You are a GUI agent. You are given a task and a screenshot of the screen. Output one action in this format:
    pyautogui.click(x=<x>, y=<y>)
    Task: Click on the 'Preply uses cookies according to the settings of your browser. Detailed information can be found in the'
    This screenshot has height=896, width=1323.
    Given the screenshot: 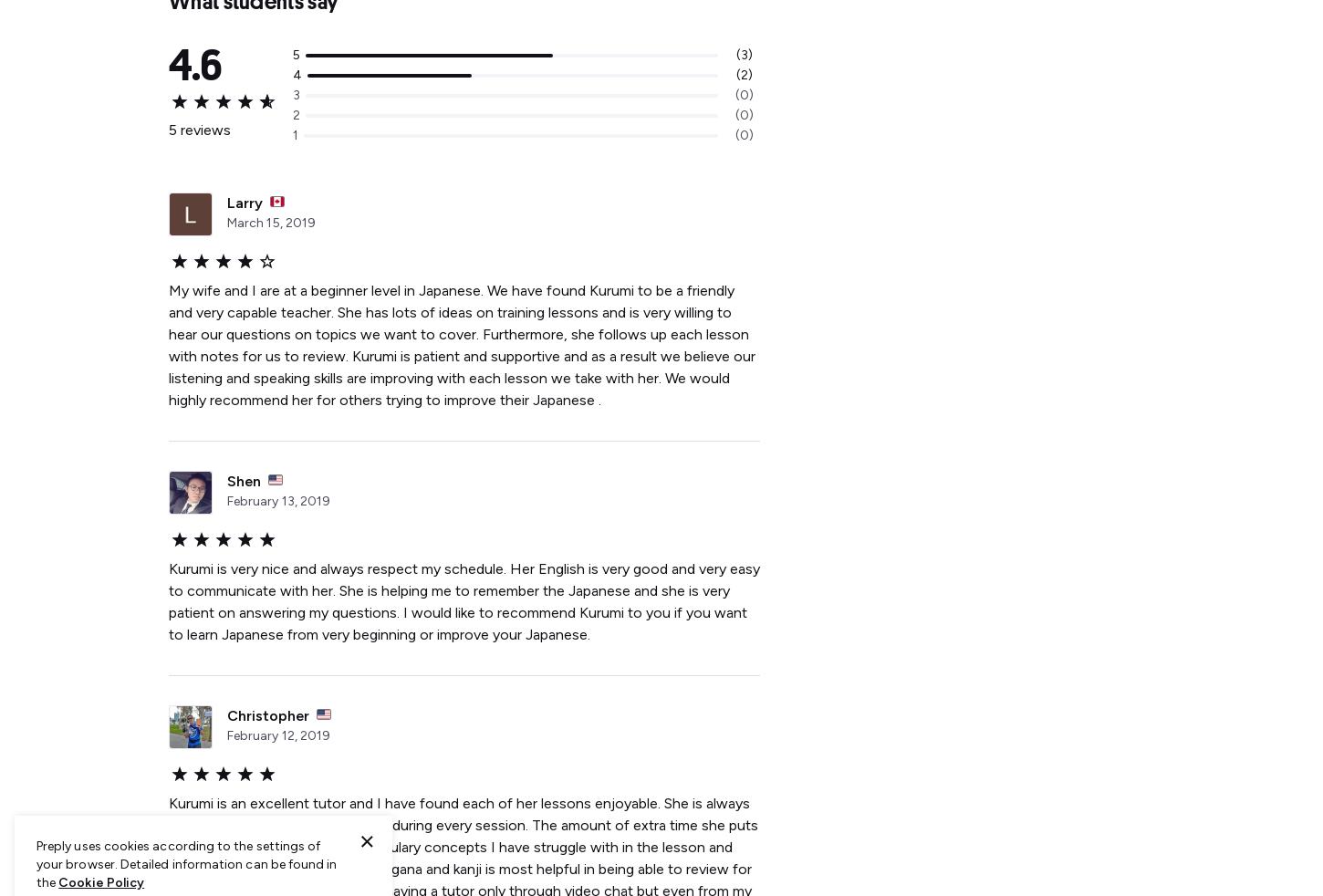 What is the action you would take?
    pyautogui.click(x=185, y=864)
    